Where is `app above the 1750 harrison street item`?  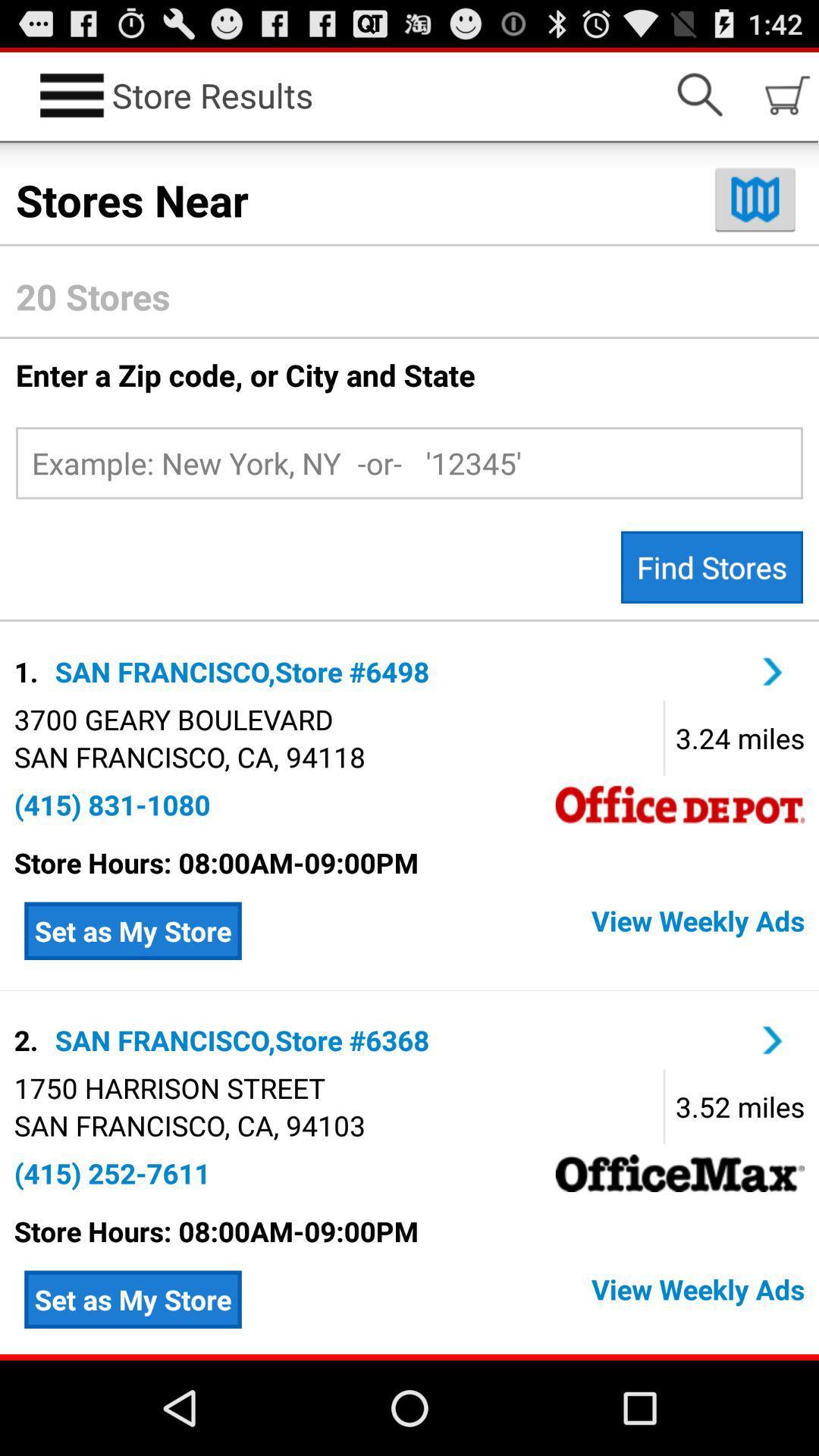 app above the 1750 harrison street item is located at coordinates (29, 1039).